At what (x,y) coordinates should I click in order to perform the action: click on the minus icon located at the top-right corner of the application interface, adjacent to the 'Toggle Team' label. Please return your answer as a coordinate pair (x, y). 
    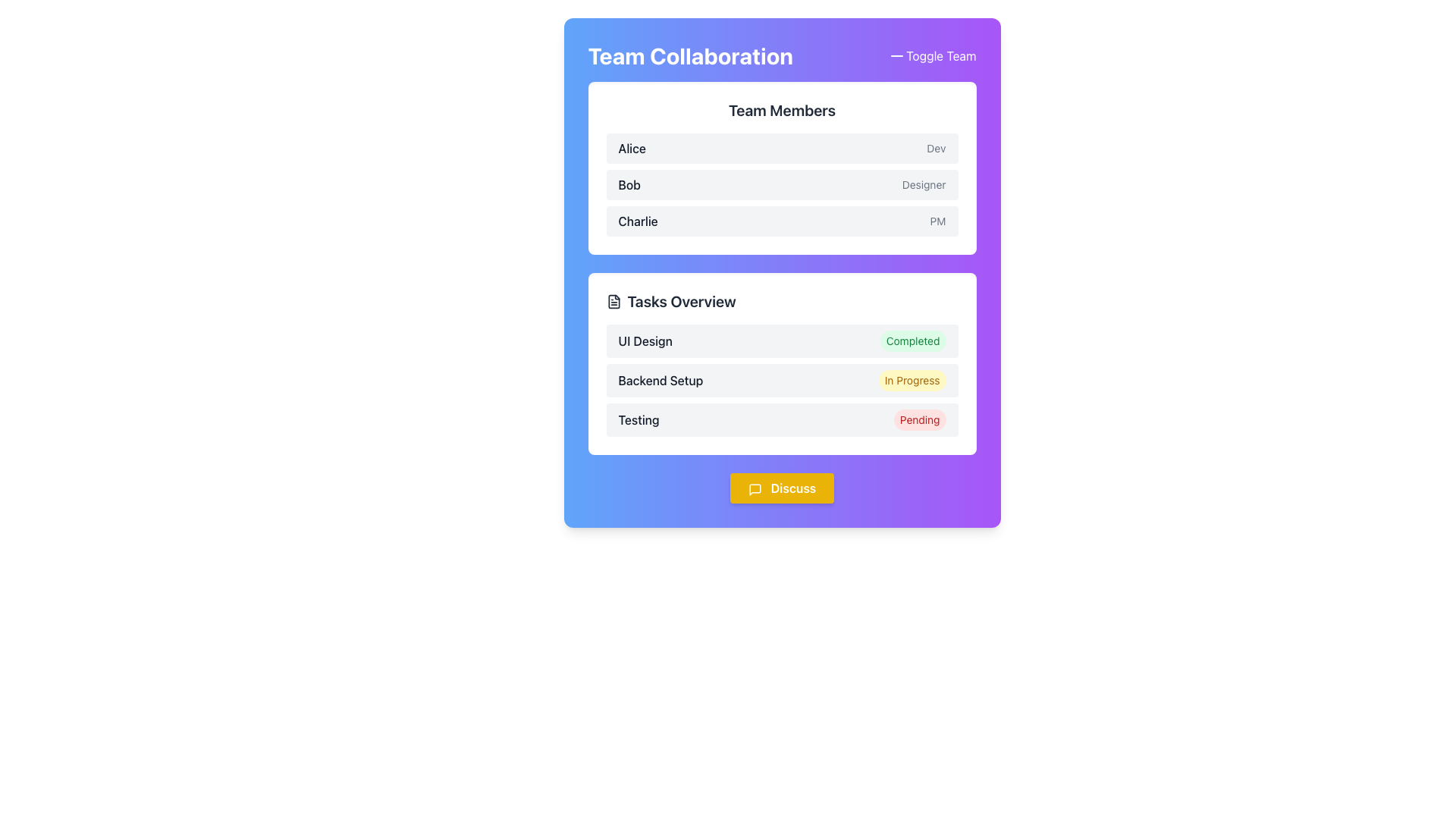
    Looking at the image, I should click on (897, 55).